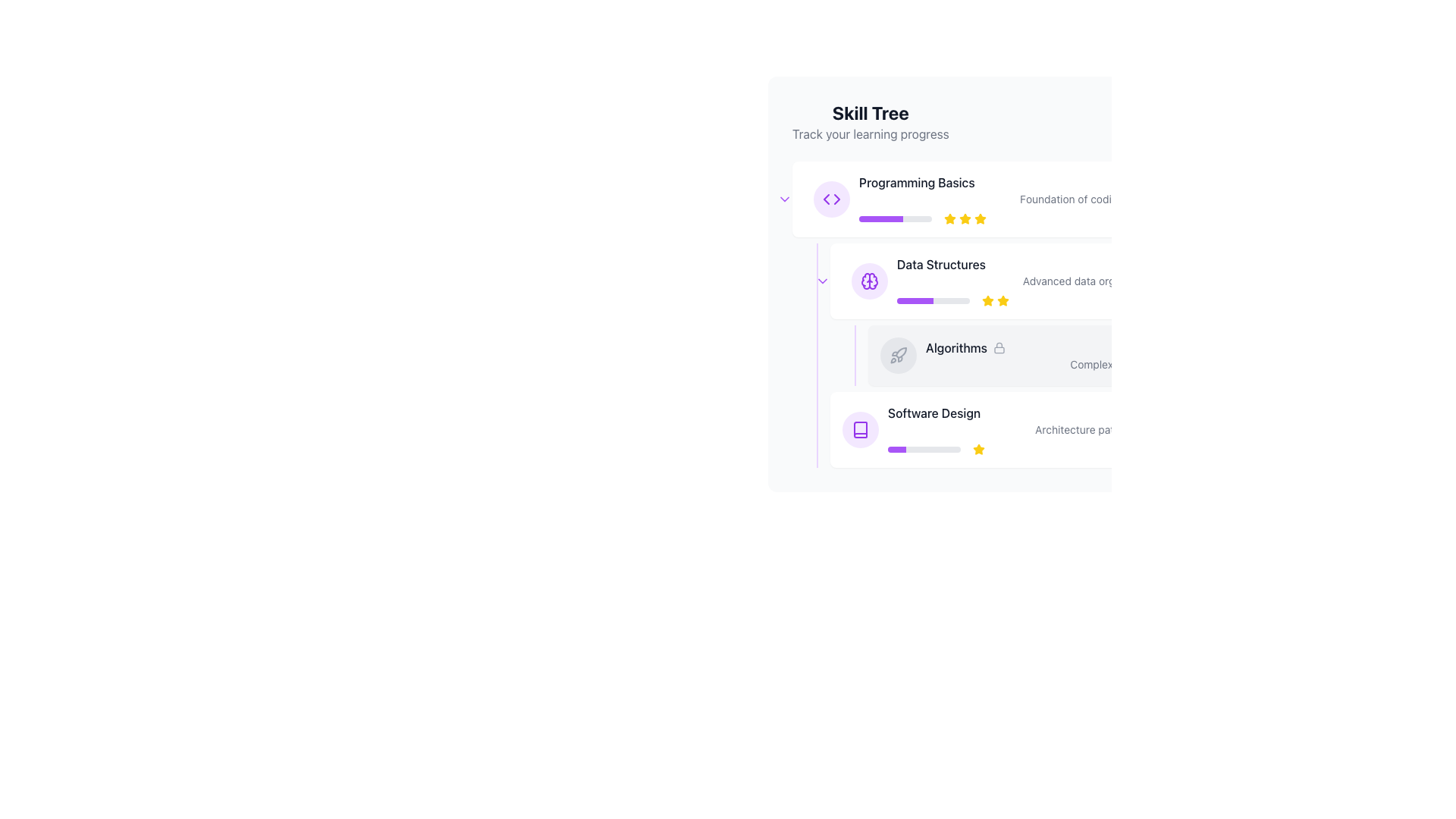 Image resolution: width=1456 pixels, height=819 pixels. Describe the element at coordinates (901, 353) in the screenshot. I see `the rocket icon component, which visually represents progress or launch actions and is located near the 'Algorithms' section of the interface` at that location.